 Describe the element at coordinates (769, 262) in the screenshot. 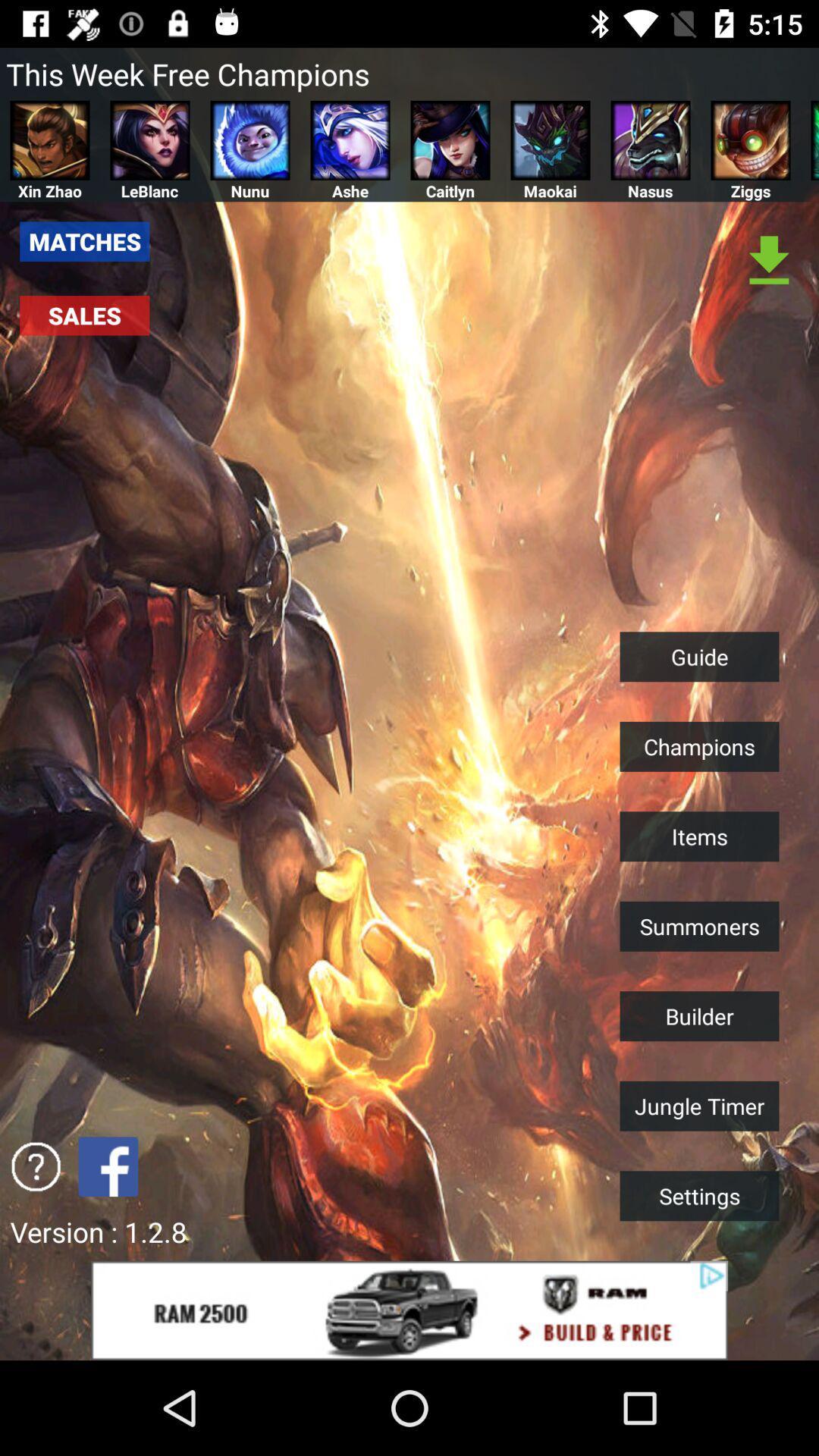

I see `download` at that location.